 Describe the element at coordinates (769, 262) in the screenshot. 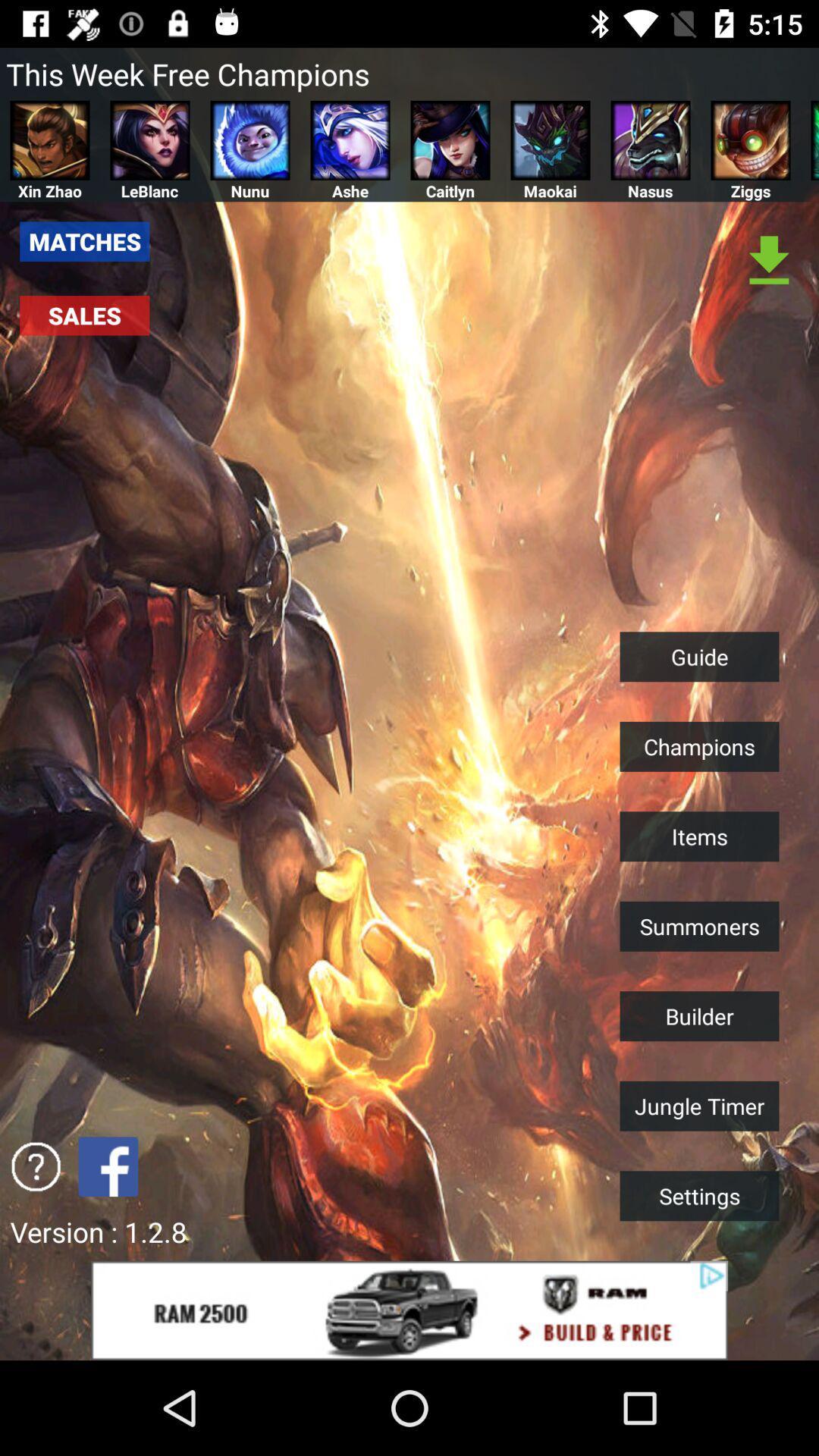

I see `download` at that location.